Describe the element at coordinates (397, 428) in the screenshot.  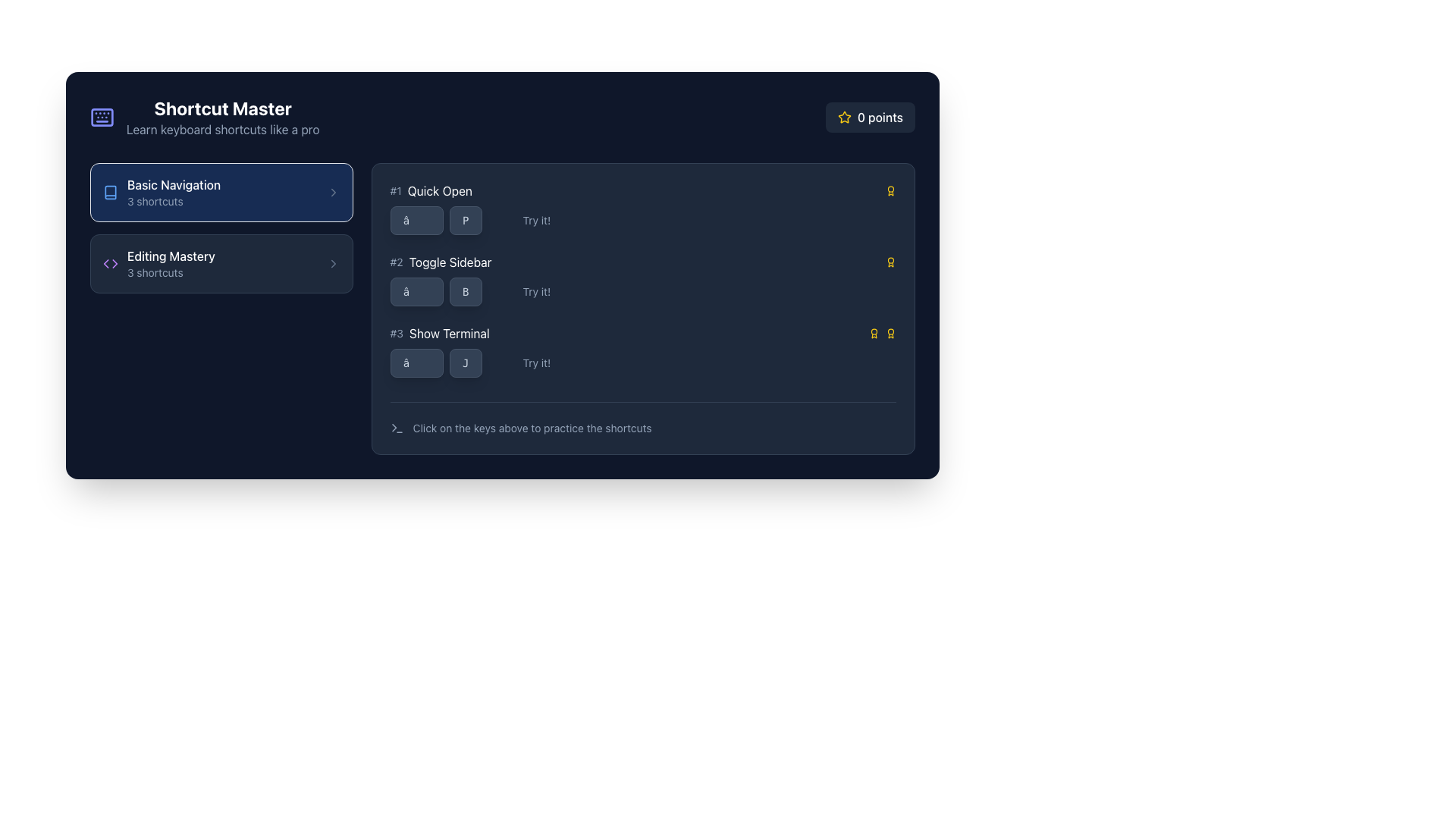
I see `the terminal icon located in the bottom section of the right panel, just before the text 'Click on the keys above to practice the shortcuts'` at that location.